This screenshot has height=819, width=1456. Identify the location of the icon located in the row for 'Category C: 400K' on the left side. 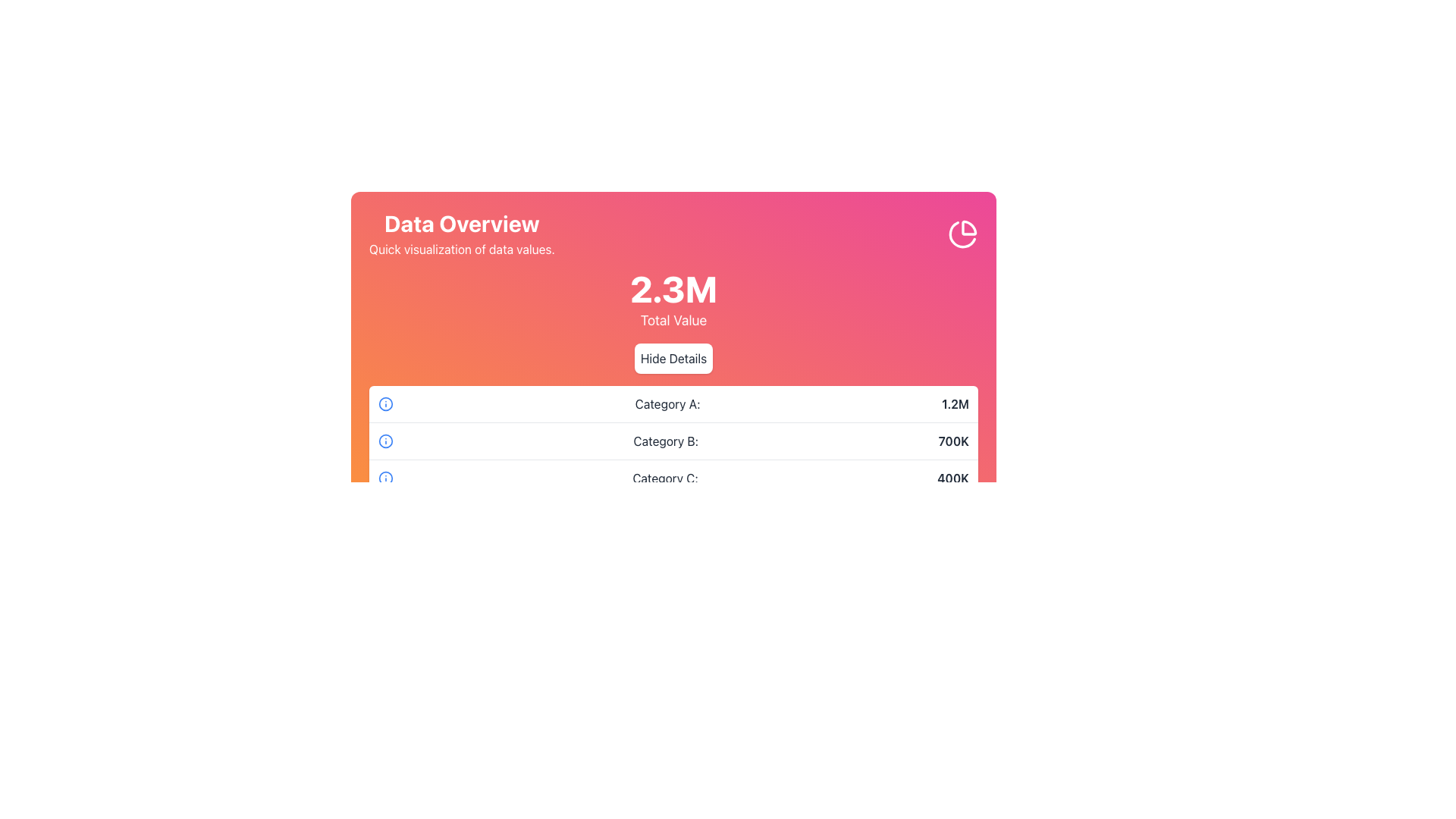
(385, 479).